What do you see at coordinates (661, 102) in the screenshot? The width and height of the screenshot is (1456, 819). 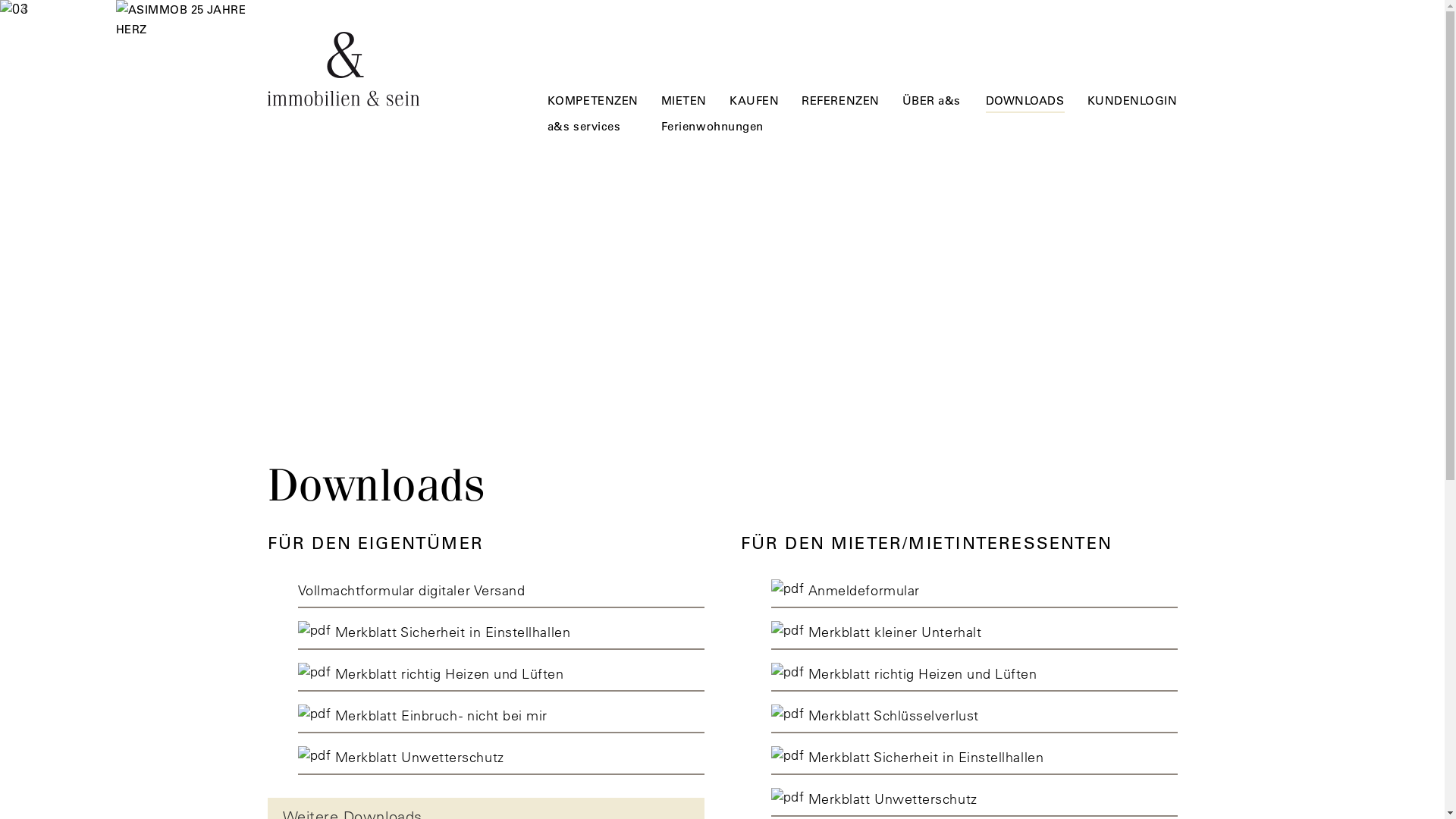 I see `'MIETEN'` at bounding box center [661, 102].